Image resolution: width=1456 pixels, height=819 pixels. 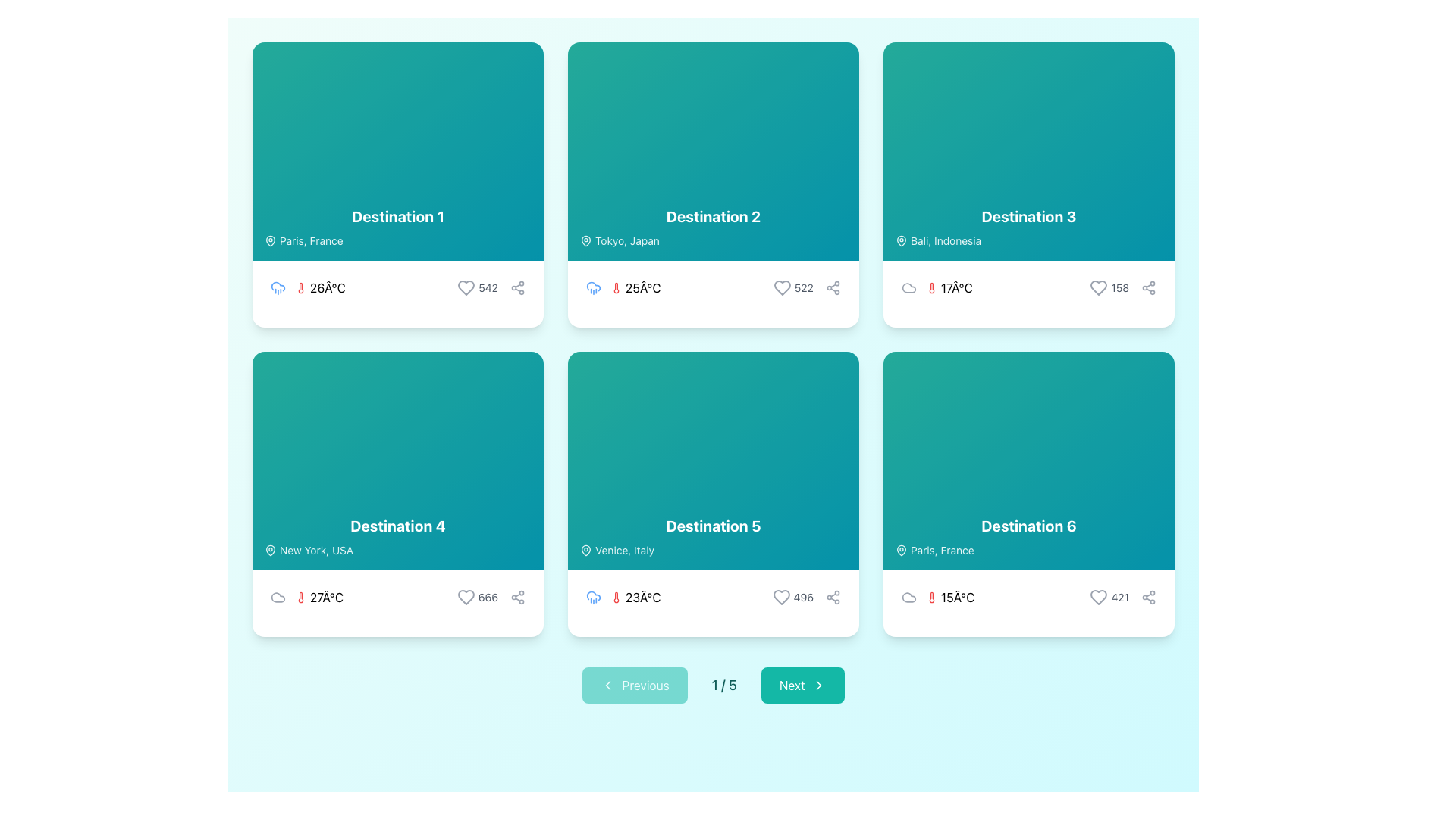 I want to click on the share button located in the bottom-right corner of the 'Destination 2' card to observe the color change transition, so click(x=833, y=288).